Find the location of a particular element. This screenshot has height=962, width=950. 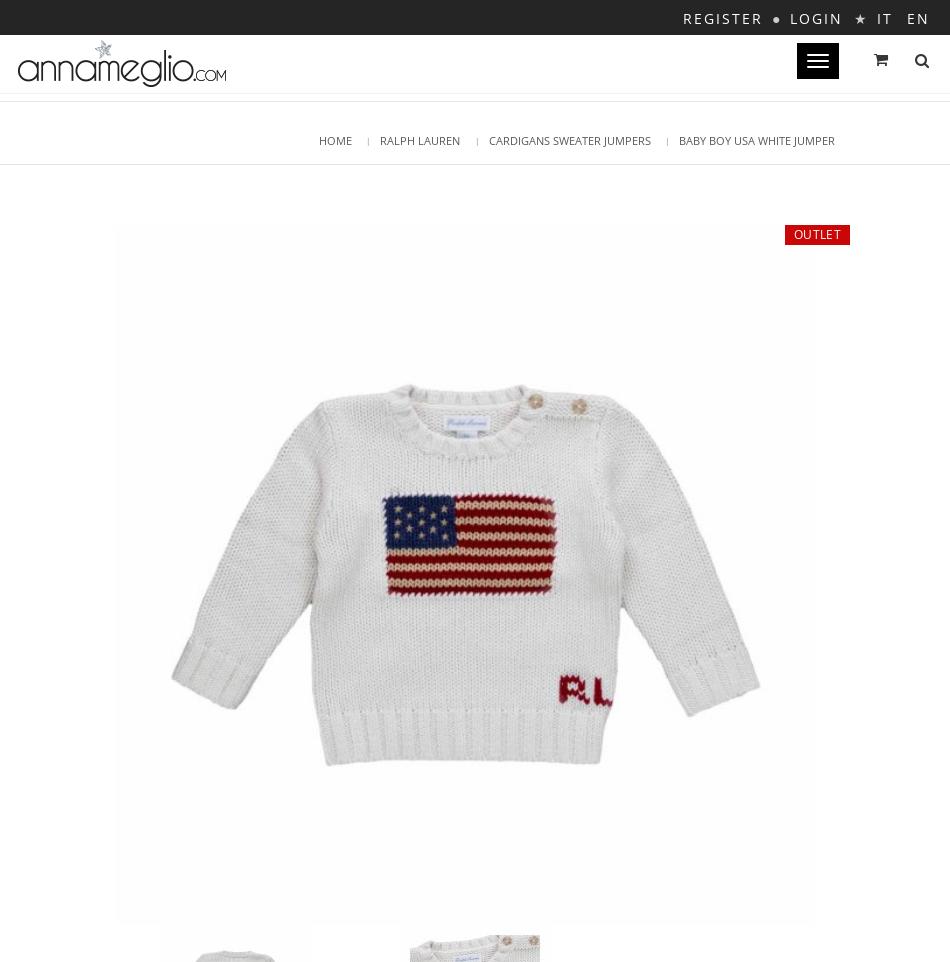

'0,00€' is located at coordinates (850, 231).